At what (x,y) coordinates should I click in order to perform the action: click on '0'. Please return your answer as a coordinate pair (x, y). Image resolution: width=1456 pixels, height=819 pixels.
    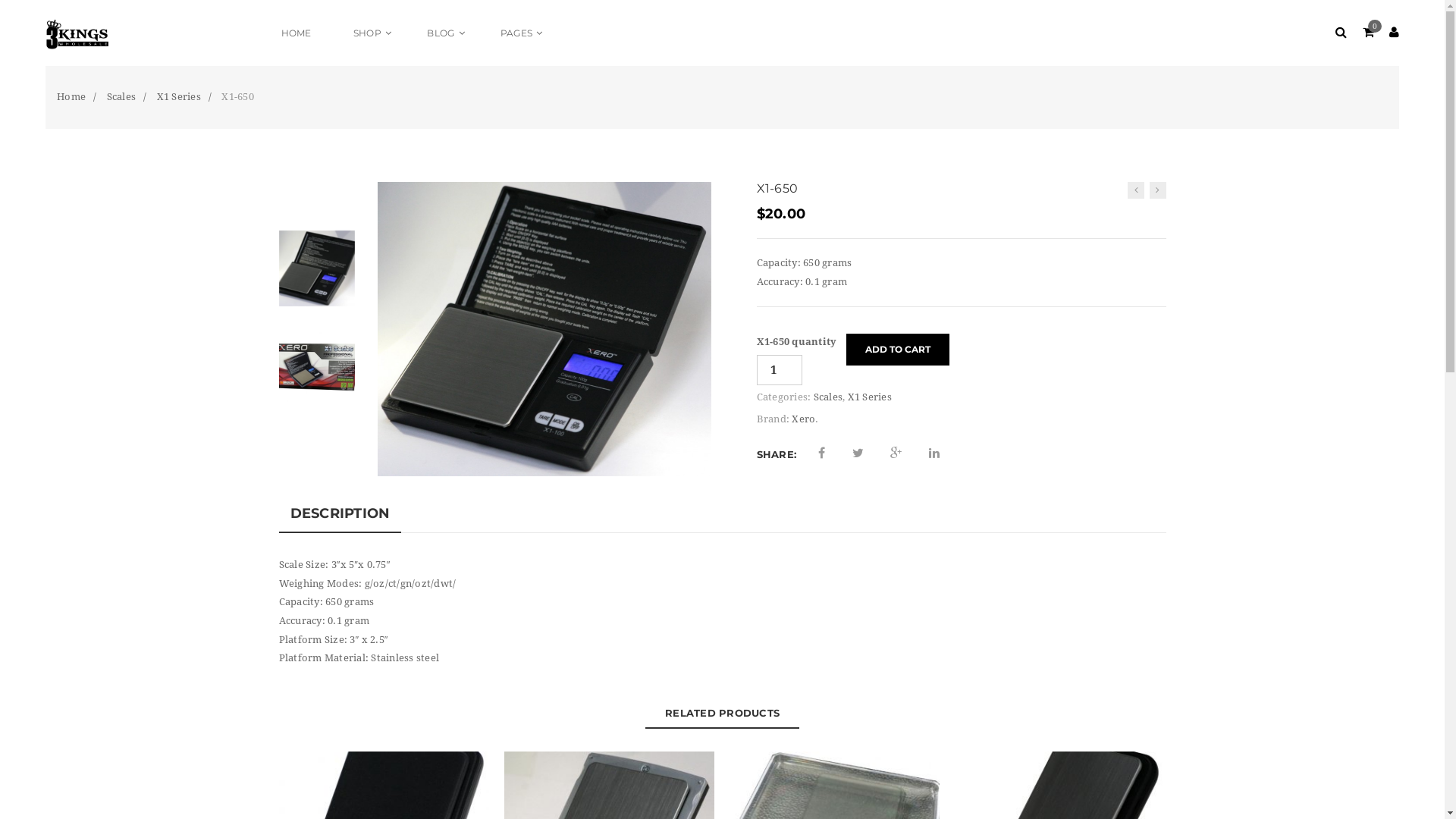
    Looking at the image, I should click on (1367, 33).